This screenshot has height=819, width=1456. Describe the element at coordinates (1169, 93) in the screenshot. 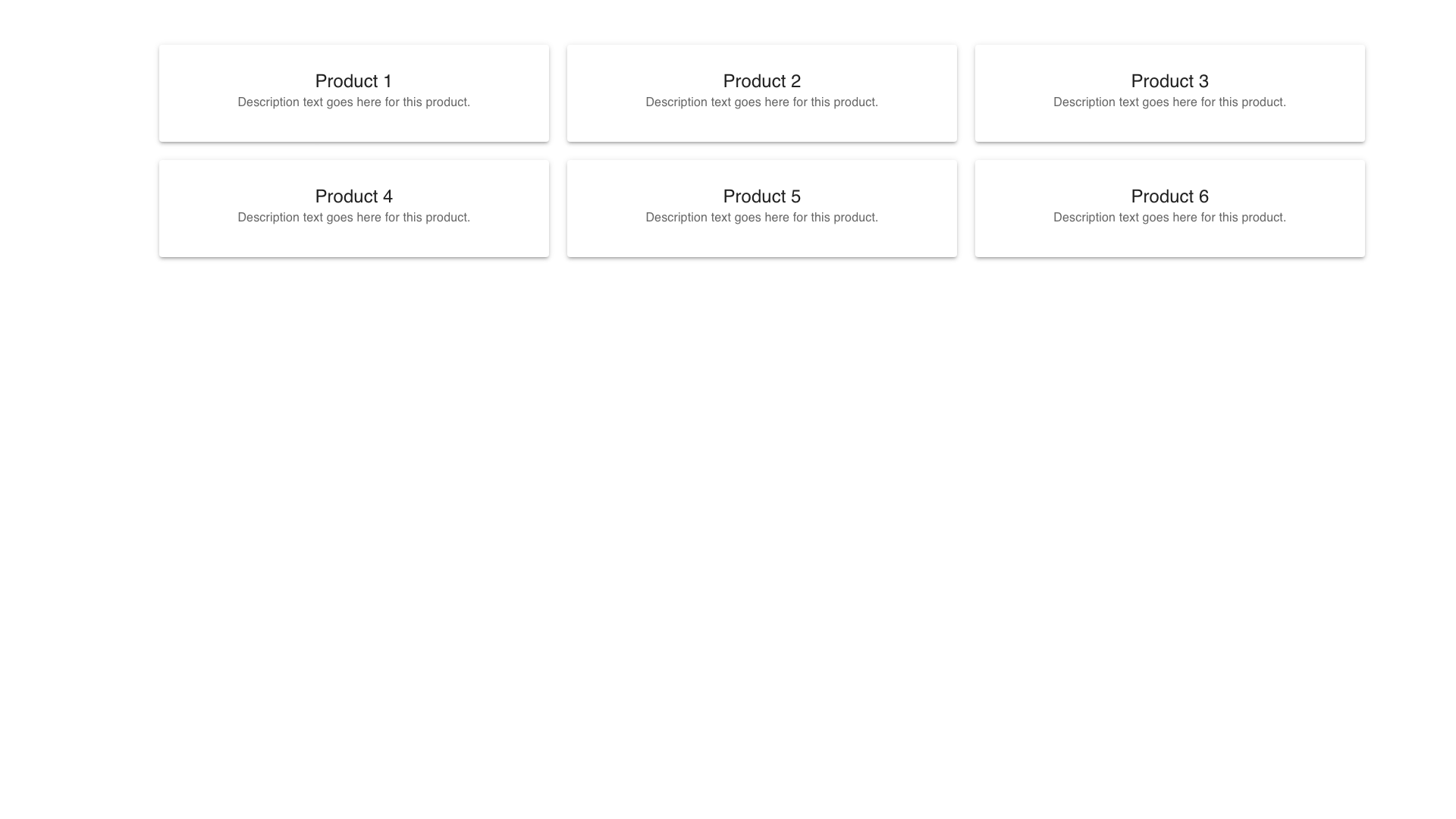

I see `the third product card located in the top-right position of the grid` at that location.